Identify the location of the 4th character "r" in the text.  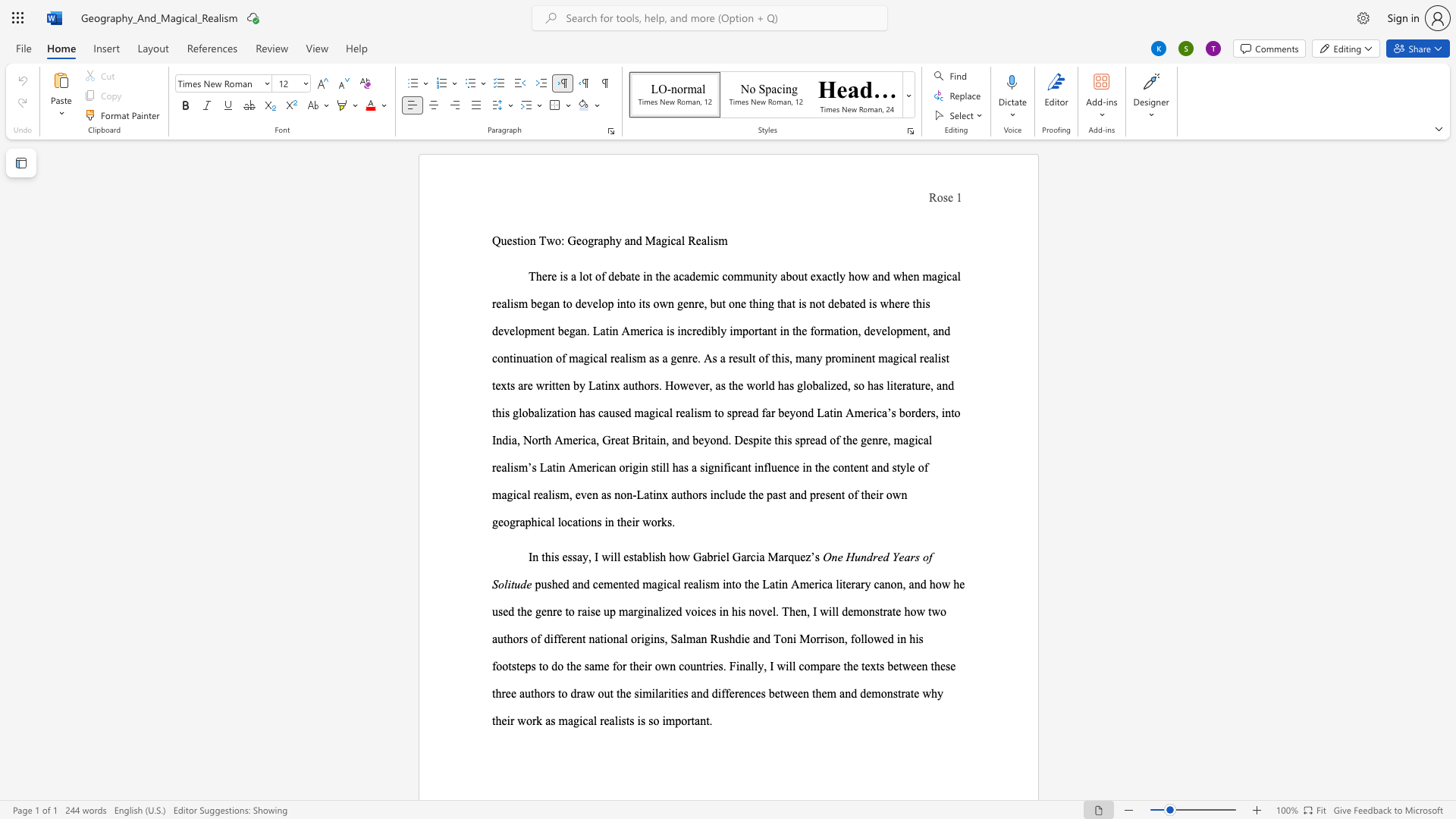
(688, 720).